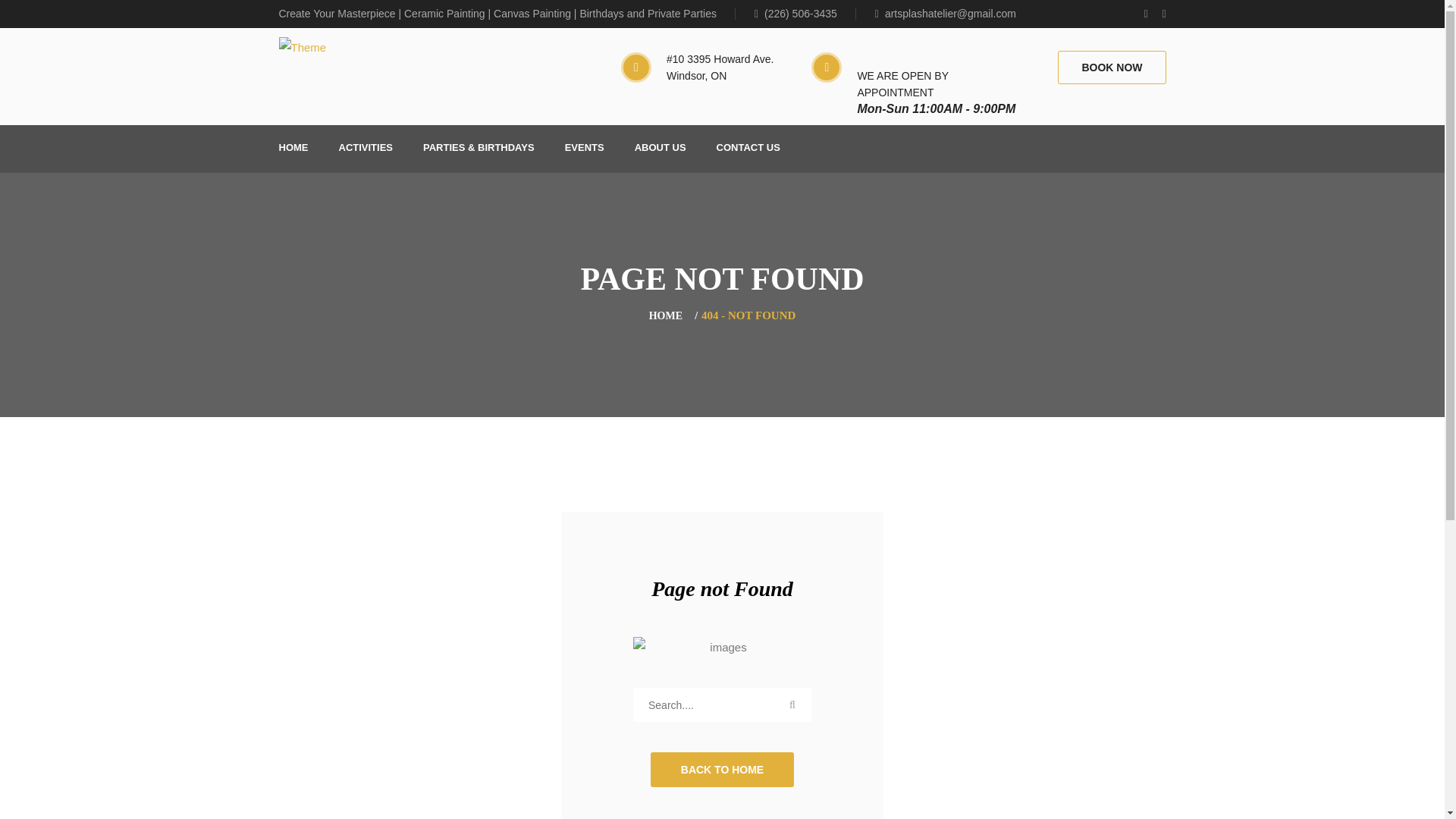 This screenshot has width=1456, height=819. I want to click on 'artsplashatelier@gmail.com', so click(945, 14).